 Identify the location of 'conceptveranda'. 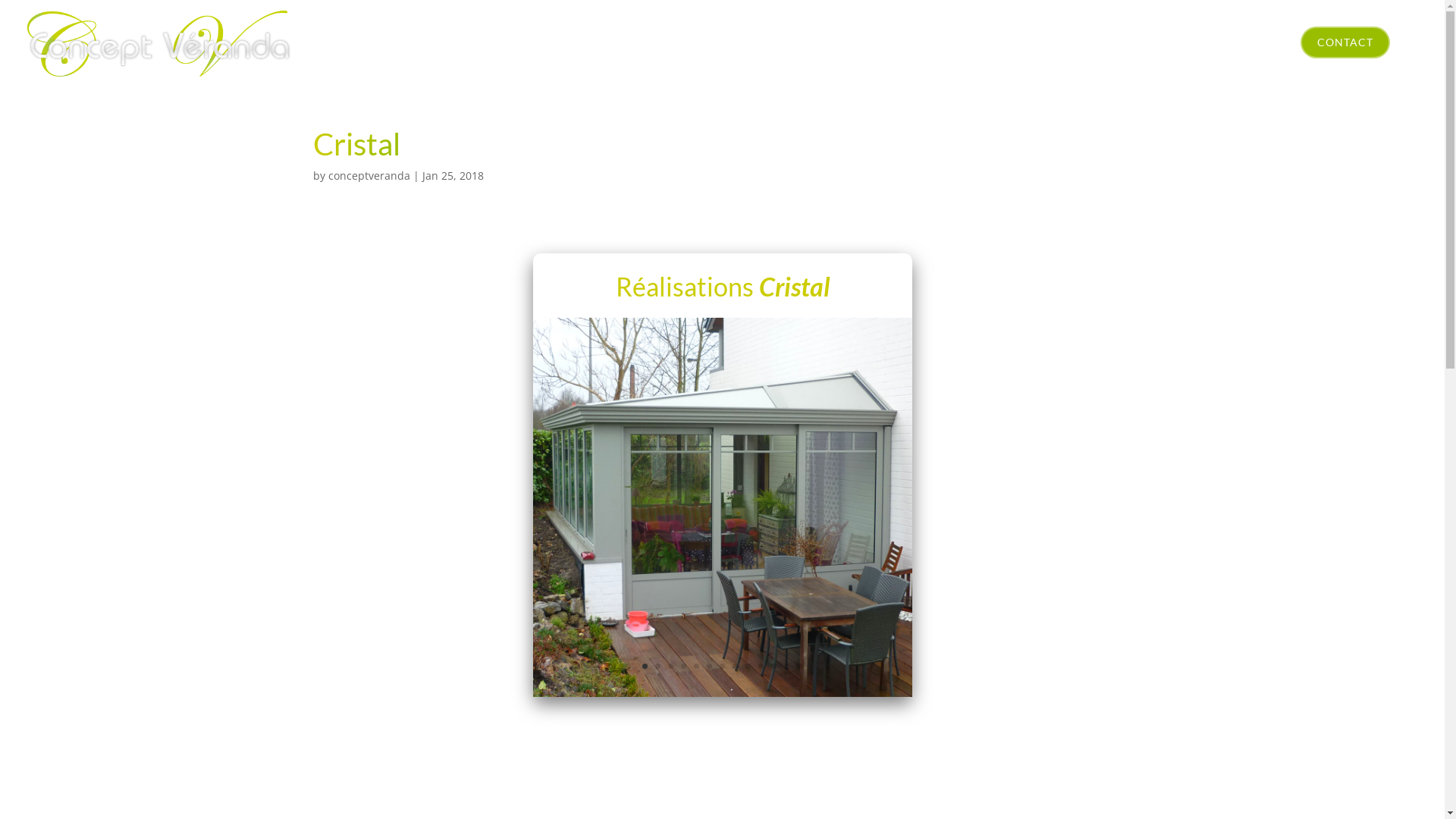
(368, 174).